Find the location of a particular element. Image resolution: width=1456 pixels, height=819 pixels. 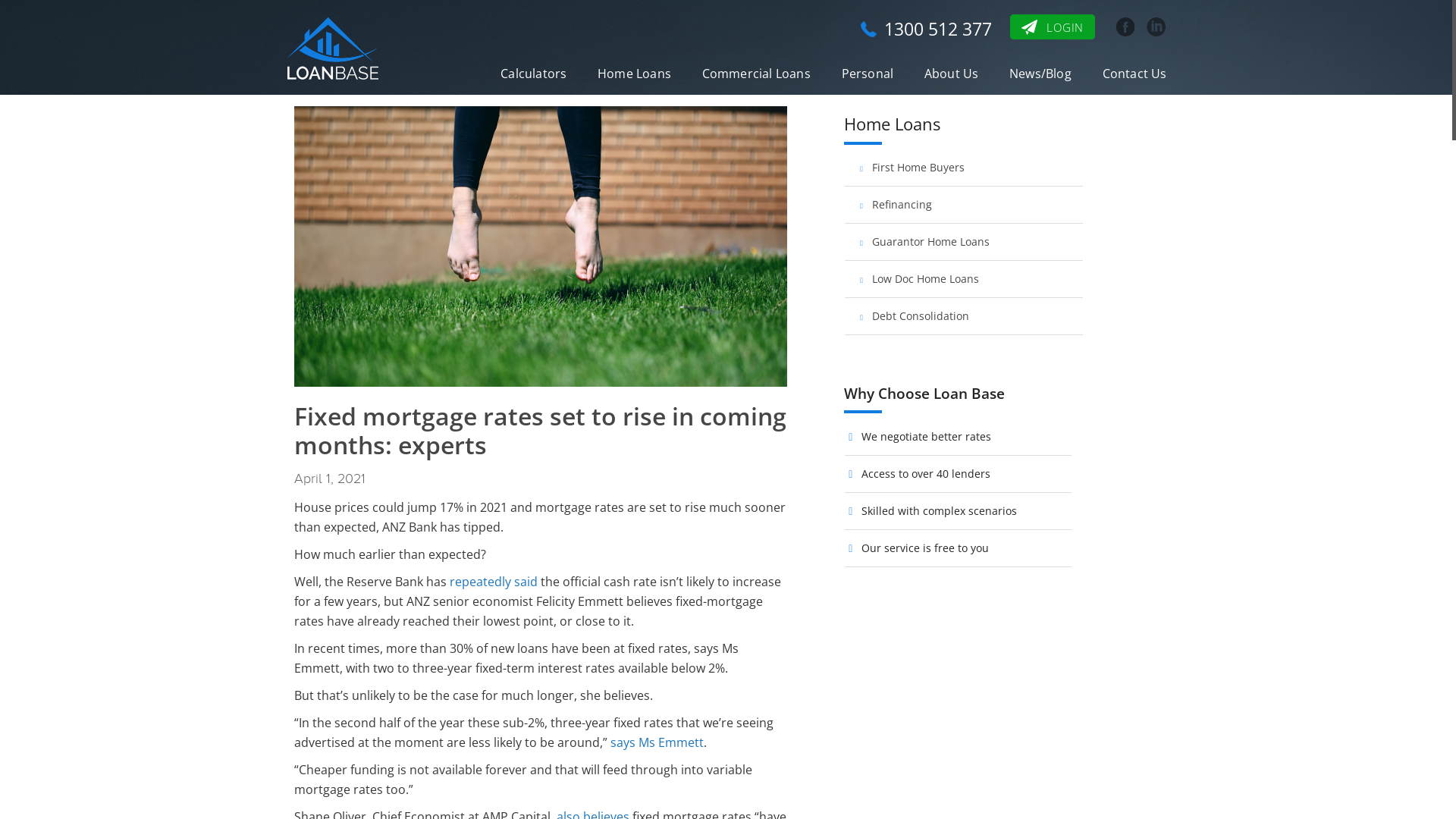

'Calculators' is located at coordinates (533, 73).